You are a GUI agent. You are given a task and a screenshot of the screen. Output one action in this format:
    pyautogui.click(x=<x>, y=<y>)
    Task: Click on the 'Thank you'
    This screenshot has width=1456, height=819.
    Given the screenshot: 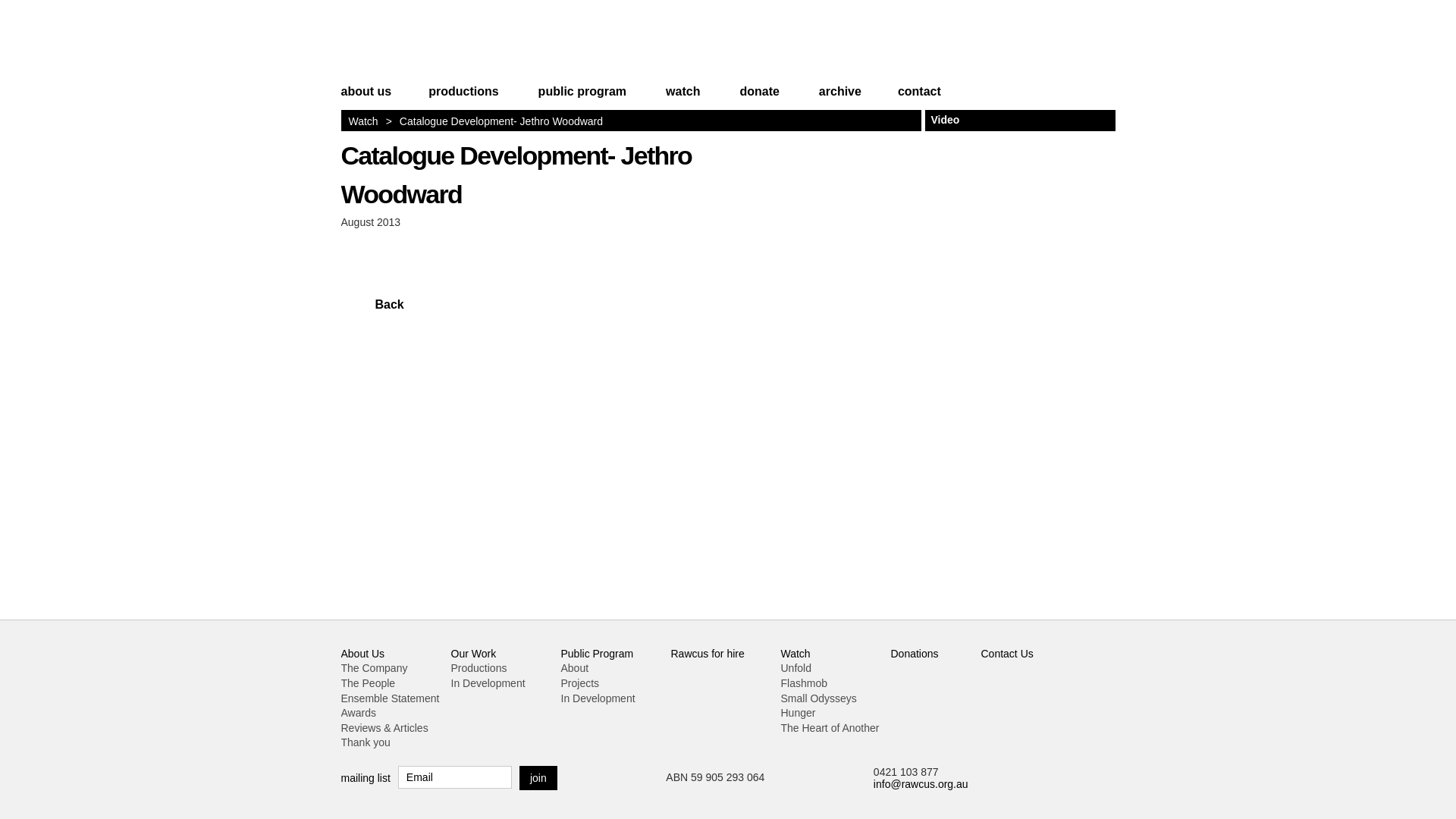 What is the action you would take?
    pyautogui.click(x=366, y=742)
    